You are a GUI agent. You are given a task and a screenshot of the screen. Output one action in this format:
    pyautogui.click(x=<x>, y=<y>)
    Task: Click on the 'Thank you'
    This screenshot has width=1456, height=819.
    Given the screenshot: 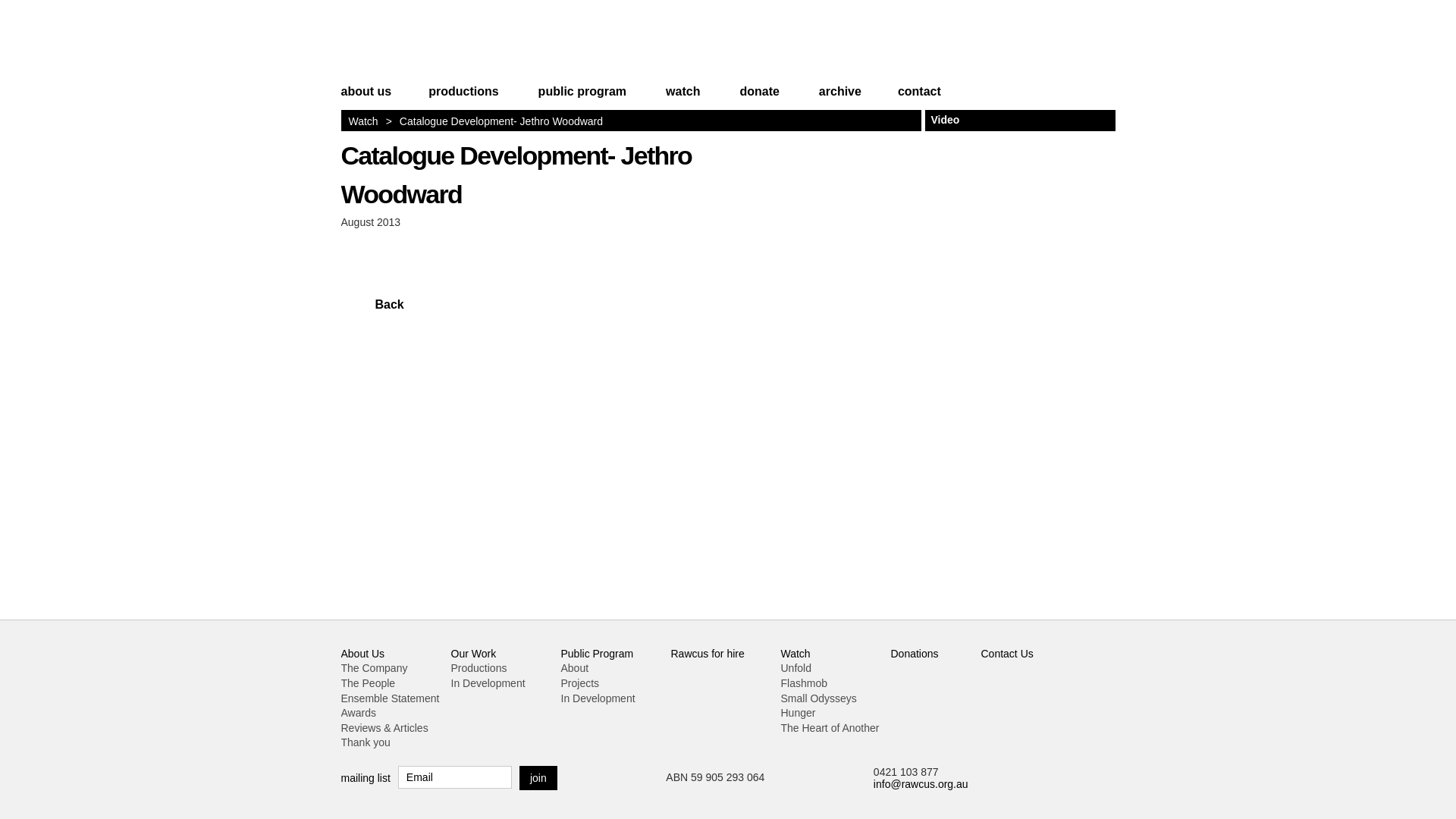 What is the action you would take?
    pyautogui.click(x=366, y=742)
    